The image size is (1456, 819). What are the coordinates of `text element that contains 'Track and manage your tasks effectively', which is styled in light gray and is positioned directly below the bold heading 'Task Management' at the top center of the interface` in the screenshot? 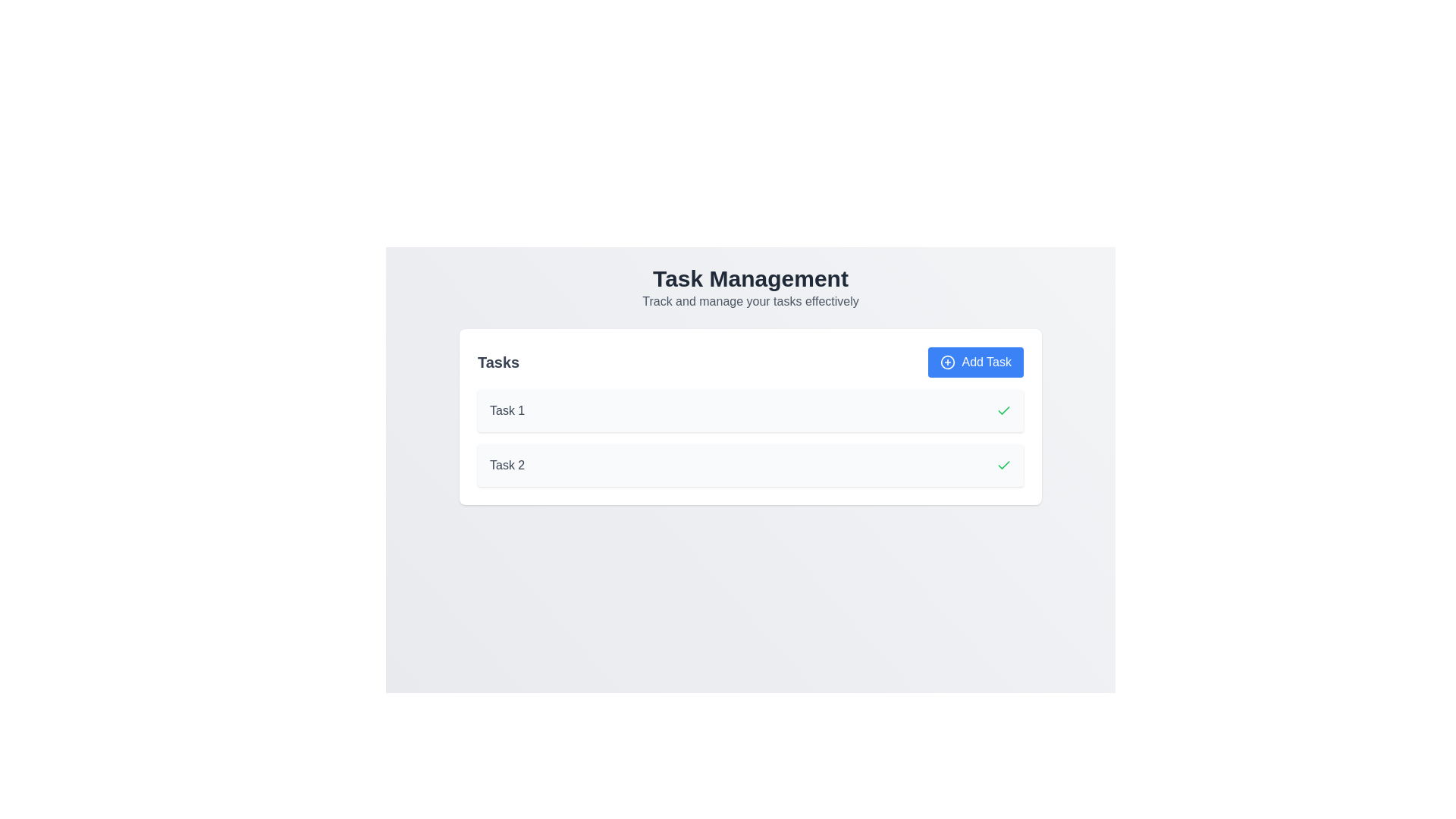 It's located at (750, 301).